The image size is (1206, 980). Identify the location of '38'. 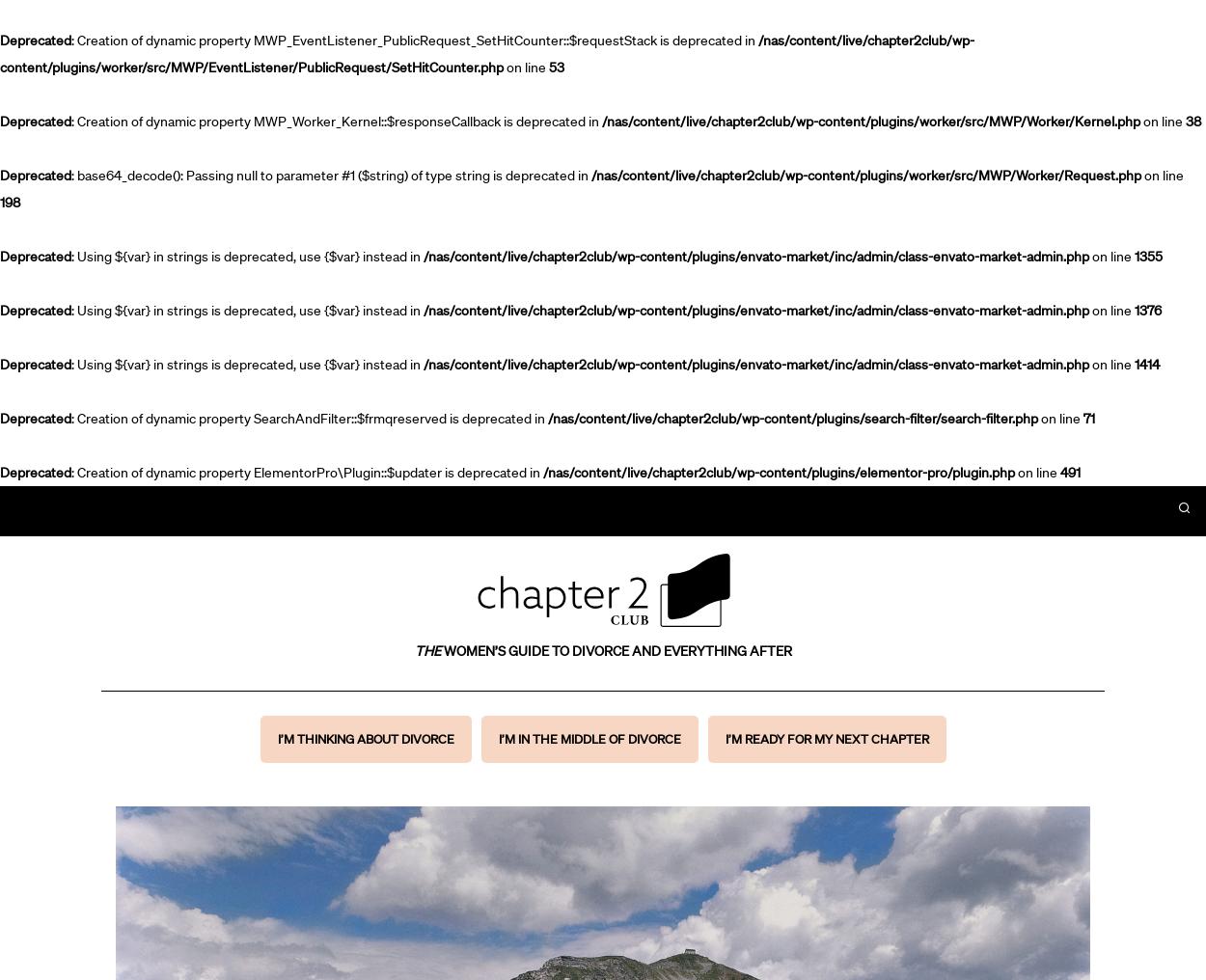
(1192, 121).